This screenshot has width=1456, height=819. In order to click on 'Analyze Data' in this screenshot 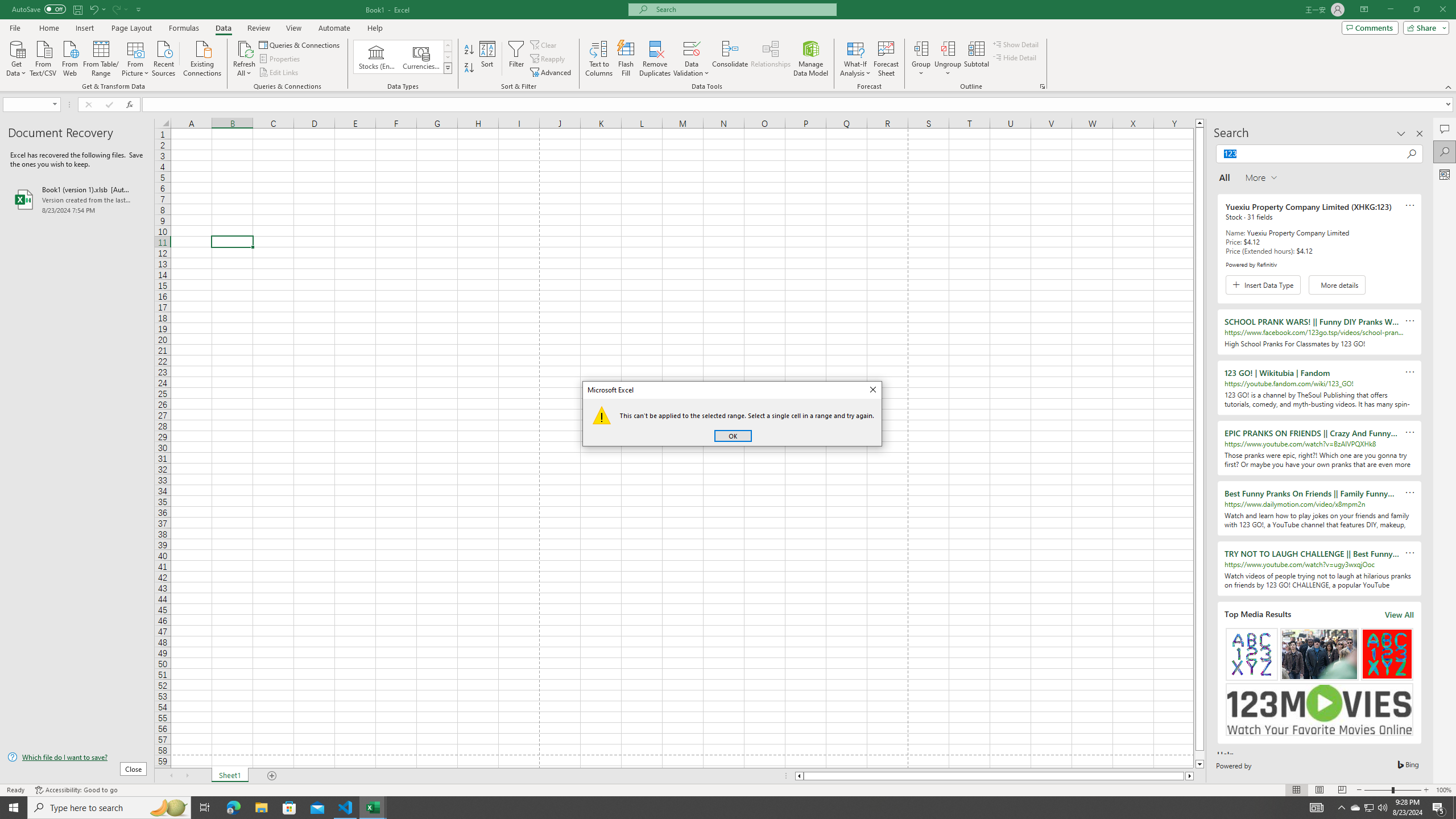, I will do `click(1444, 174)`.